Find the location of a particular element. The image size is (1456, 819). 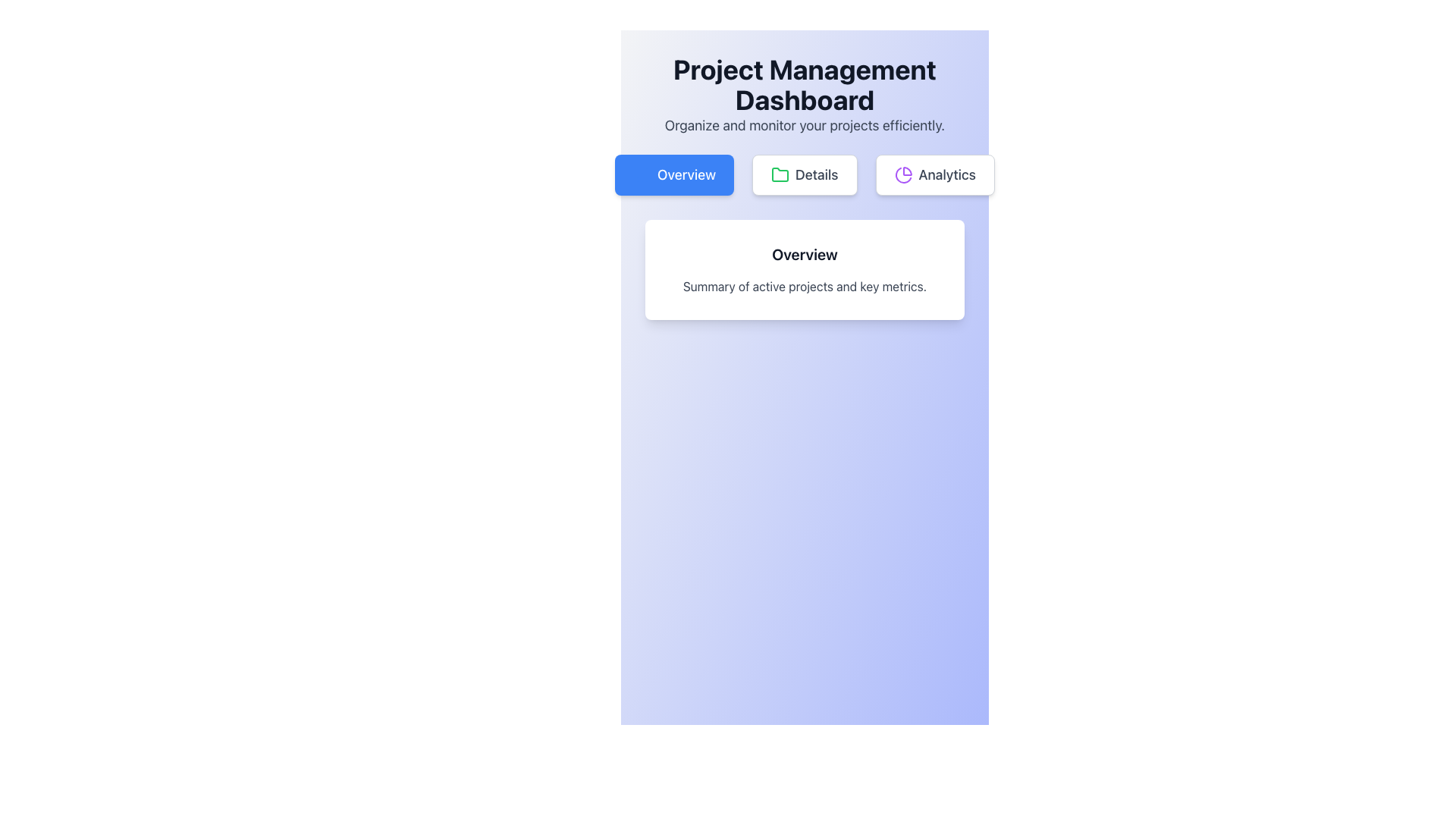

the pie chart icon representing the 'Analytics' section in the top-right menu bar is located at coordinates (903, 174).